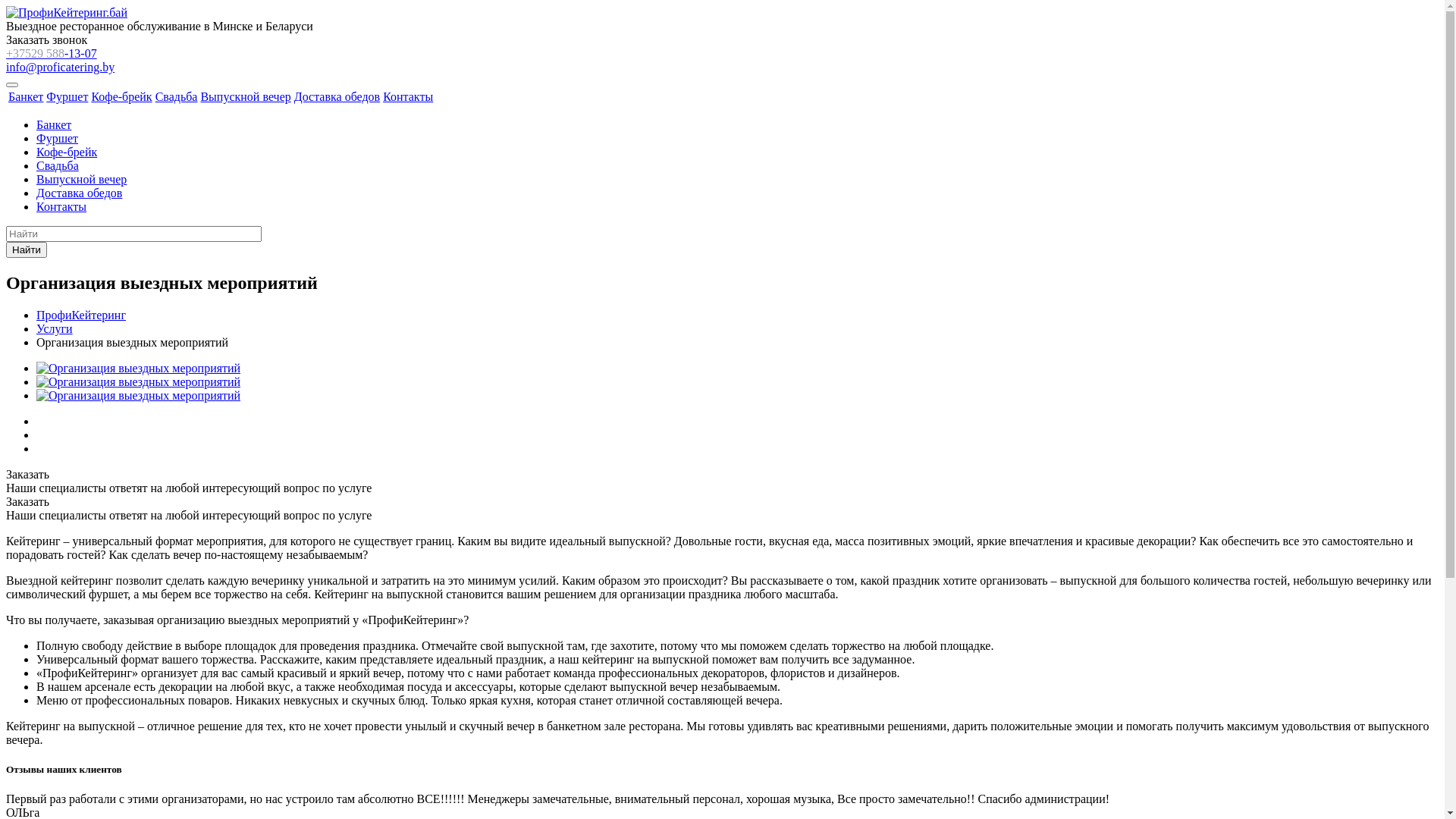 The image size is (1456, 819). What do you see at coordinates (51, 52) in the screenshot?
I see `'+37529 588-13-07'` at bounding box center [51, 52].